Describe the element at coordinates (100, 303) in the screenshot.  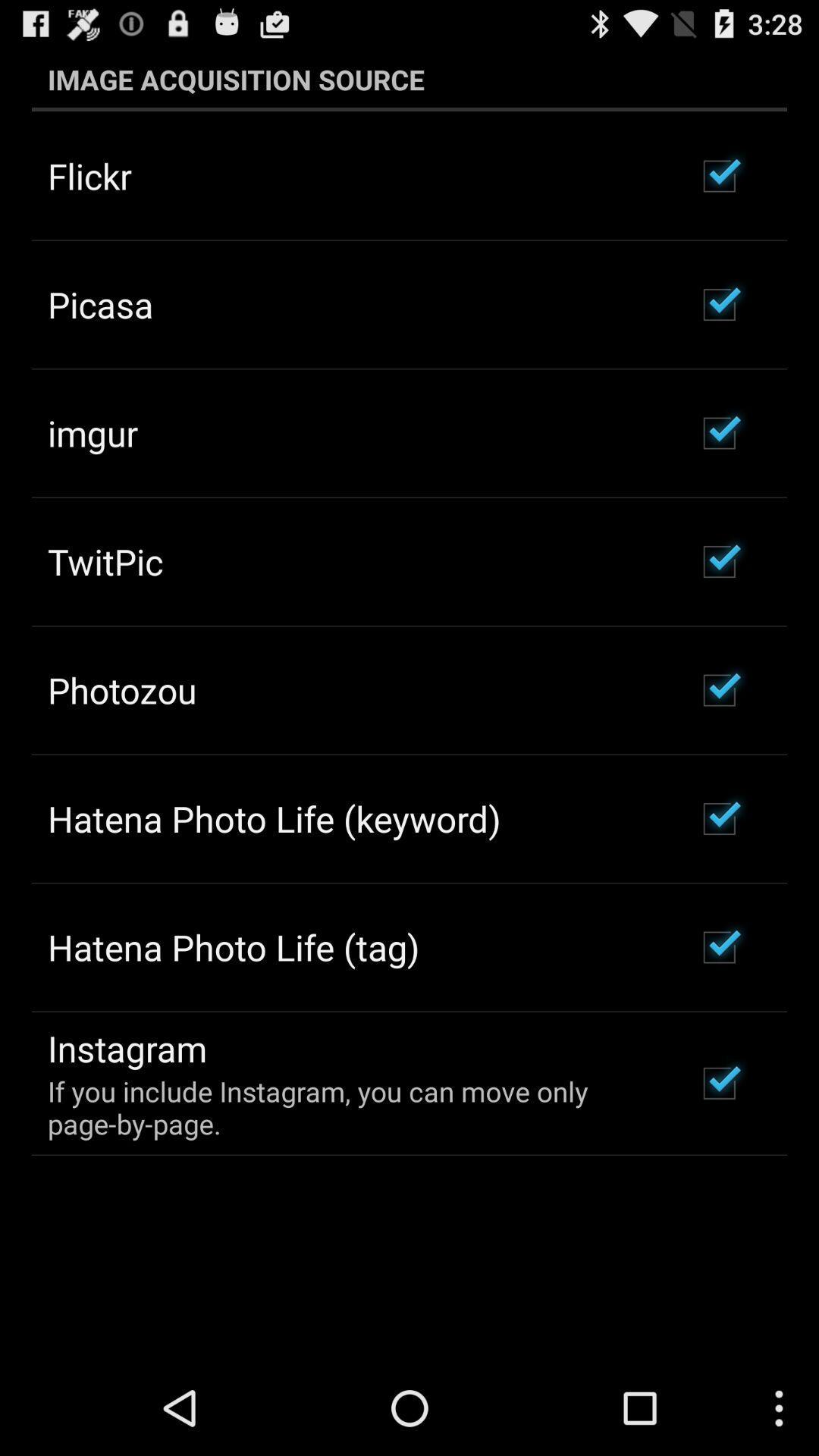
I see `the item below the flickr item` at that location.